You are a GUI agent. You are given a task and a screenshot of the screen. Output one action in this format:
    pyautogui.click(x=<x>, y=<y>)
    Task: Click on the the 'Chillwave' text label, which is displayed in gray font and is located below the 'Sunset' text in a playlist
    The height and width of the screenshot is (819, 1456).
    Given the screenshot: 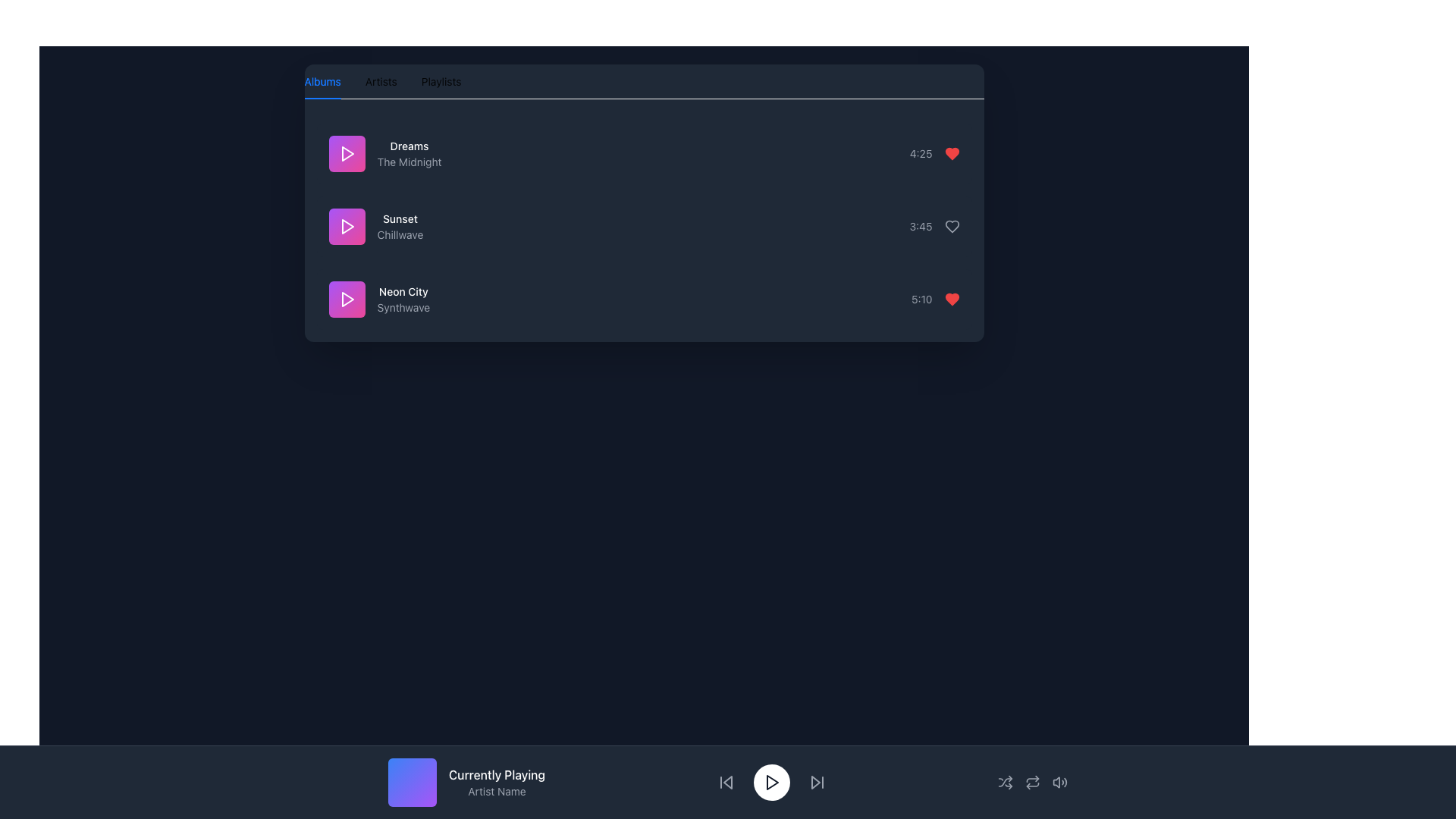 What is the action you would take?
    pyautogui.click(x=400, y=234)
    